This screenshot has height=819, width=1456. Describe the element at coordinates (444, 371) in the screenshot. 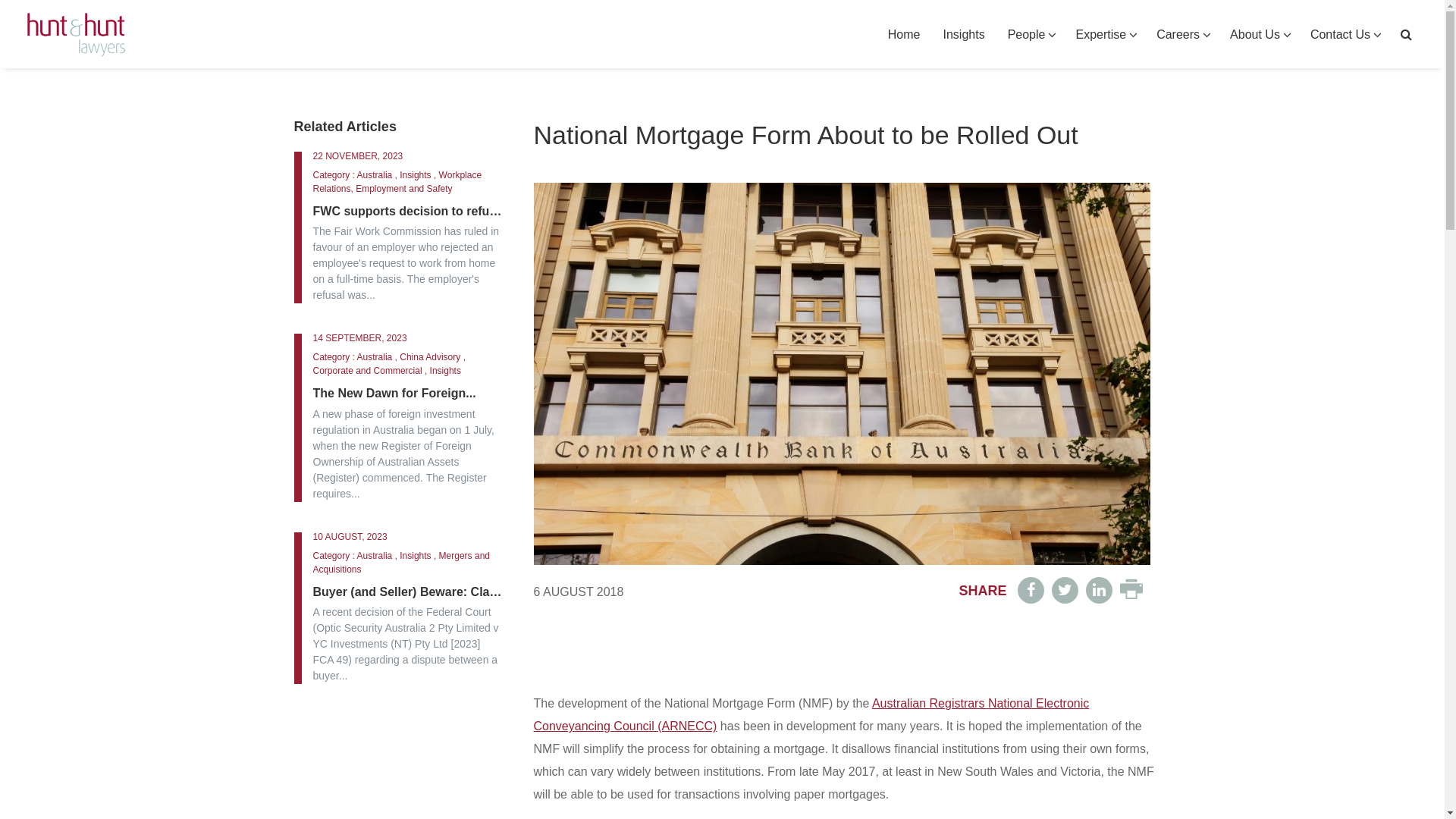

I see `'Insights'` at that location.